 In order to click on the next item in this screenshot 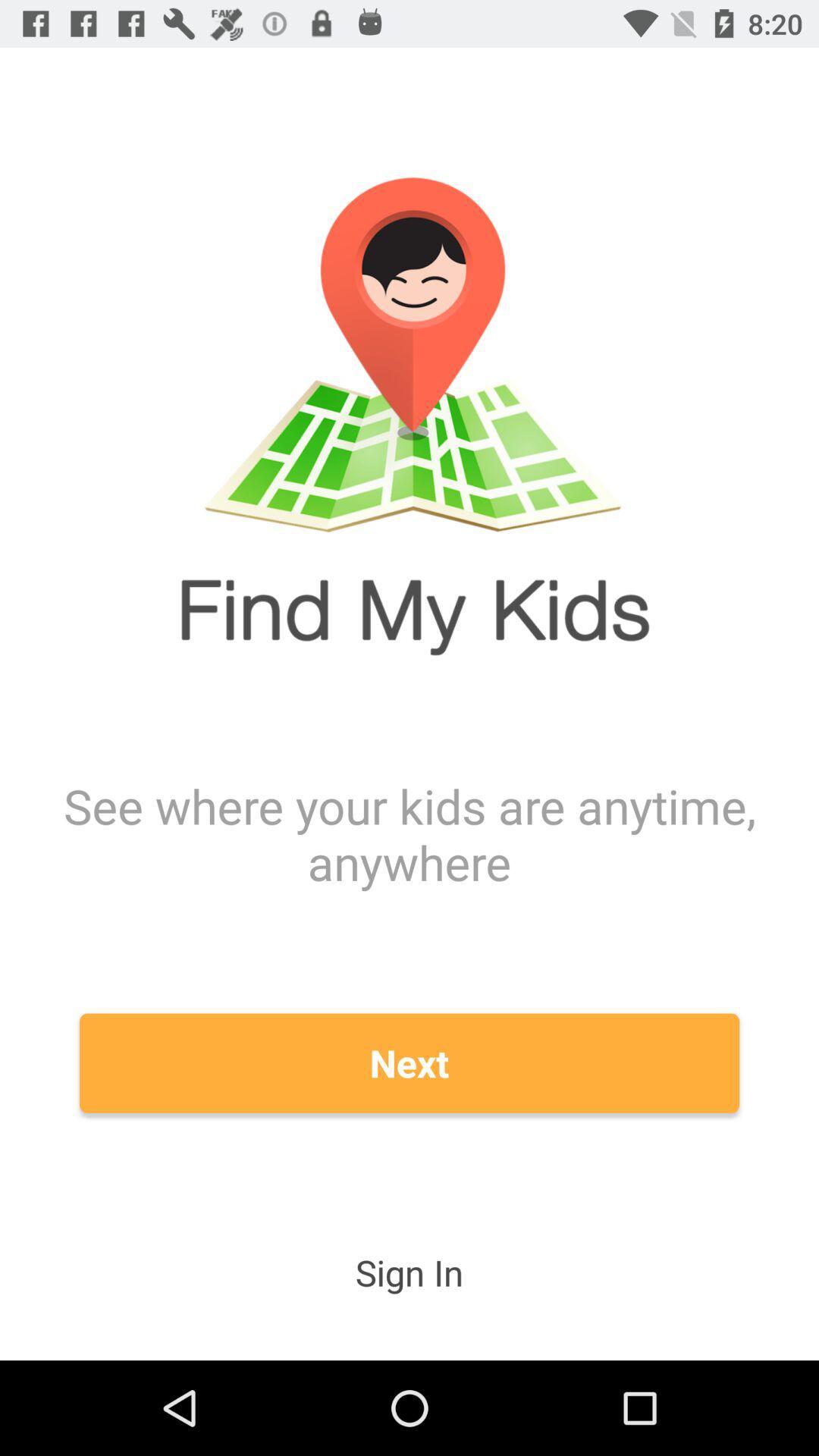, I will do `click(409, 1062)`.